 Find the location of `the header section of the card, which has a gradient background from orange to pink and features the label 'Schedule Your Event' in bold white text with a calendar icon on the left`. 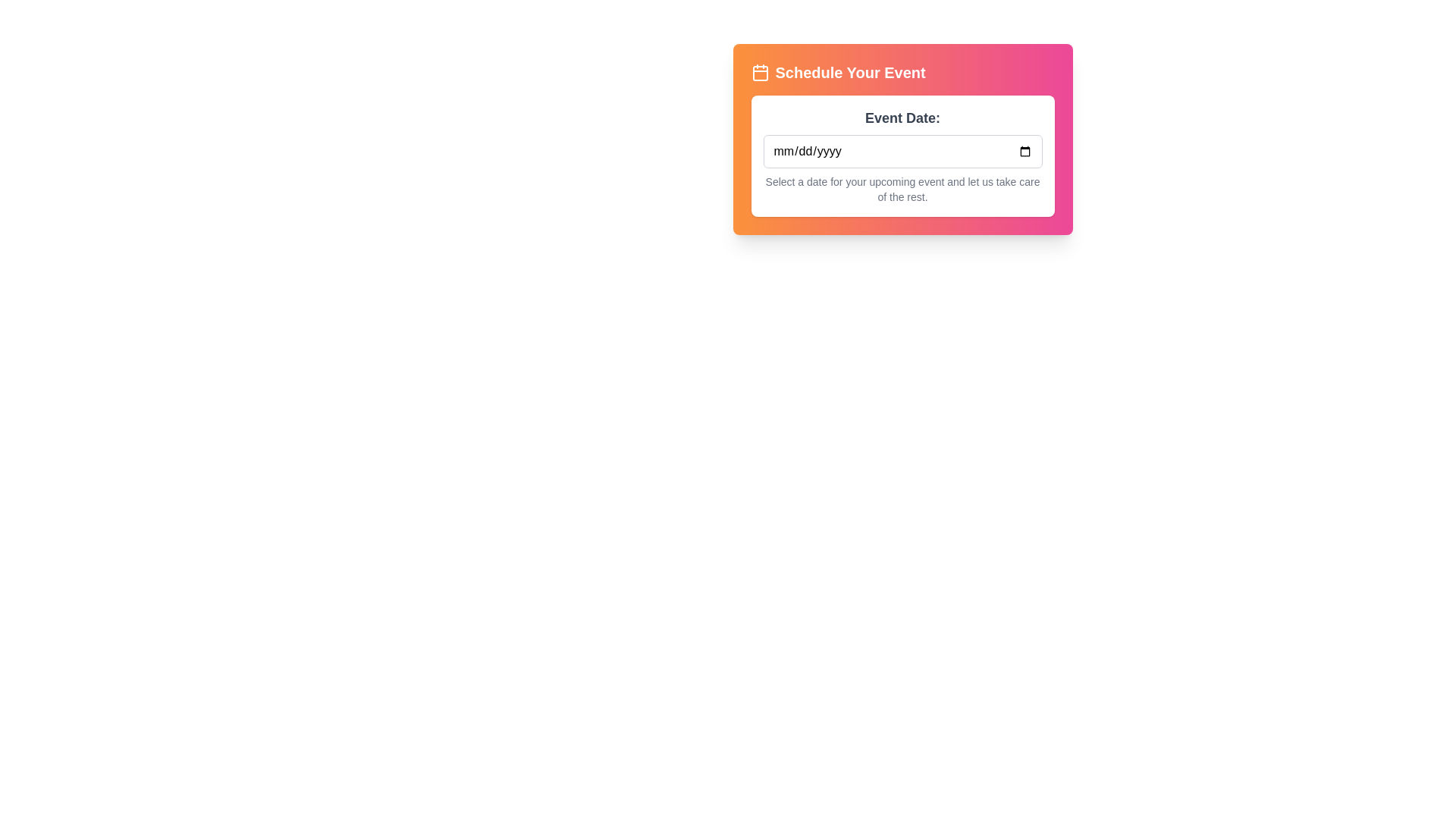

the header section of the card, which has a gradient background from orange to pink and features the label 'Schedule Your Event' in bold white text with a calendar icon on the left is located at coordinates (902, 73).